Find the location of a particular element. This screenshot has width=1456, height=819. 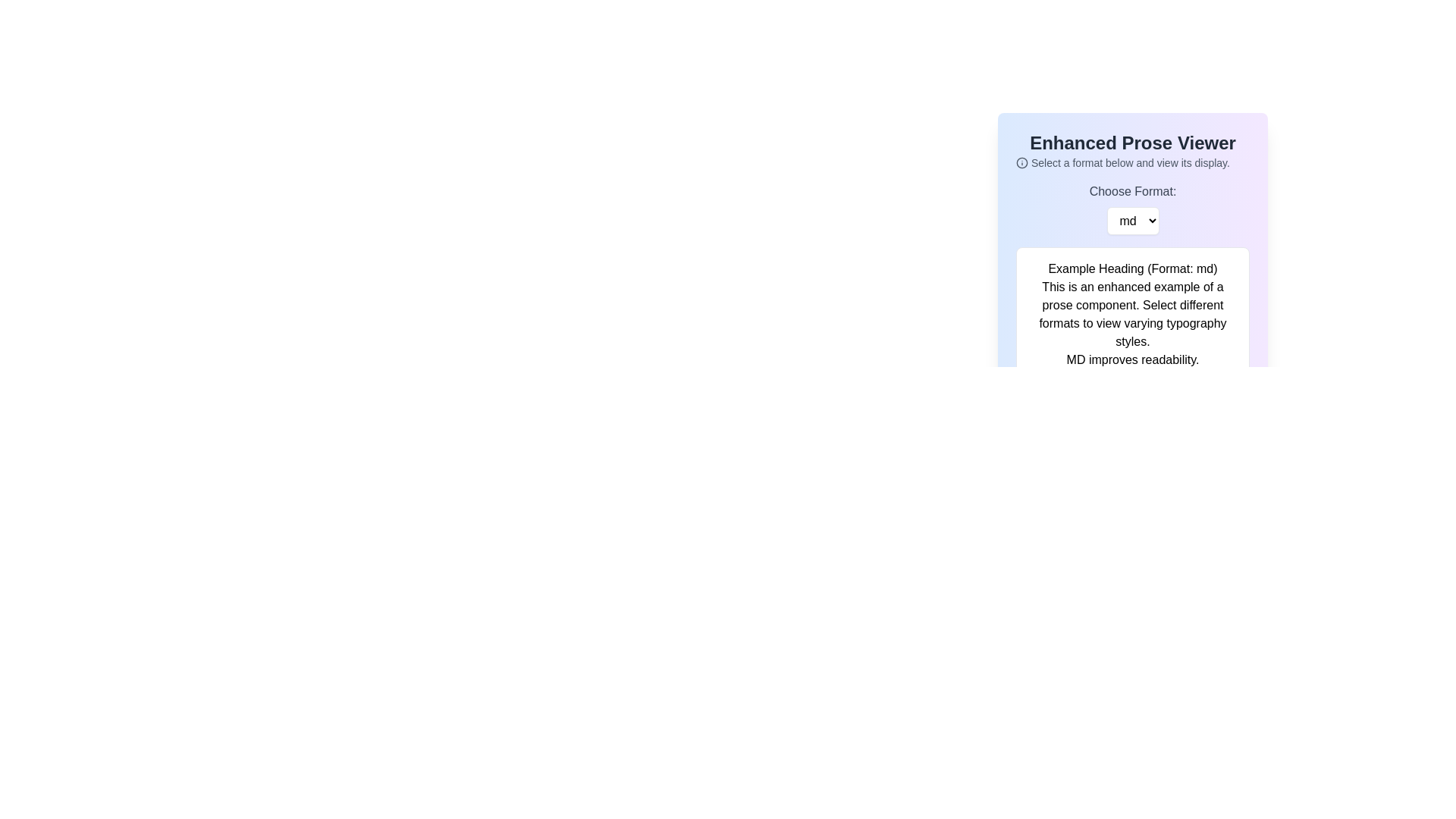

the Text block that provides a descriptive explanation about the prose component, which is located below 'Example Heading (Format: md)' and above 'MD improves readability' is located at coordinates (1132, 314).